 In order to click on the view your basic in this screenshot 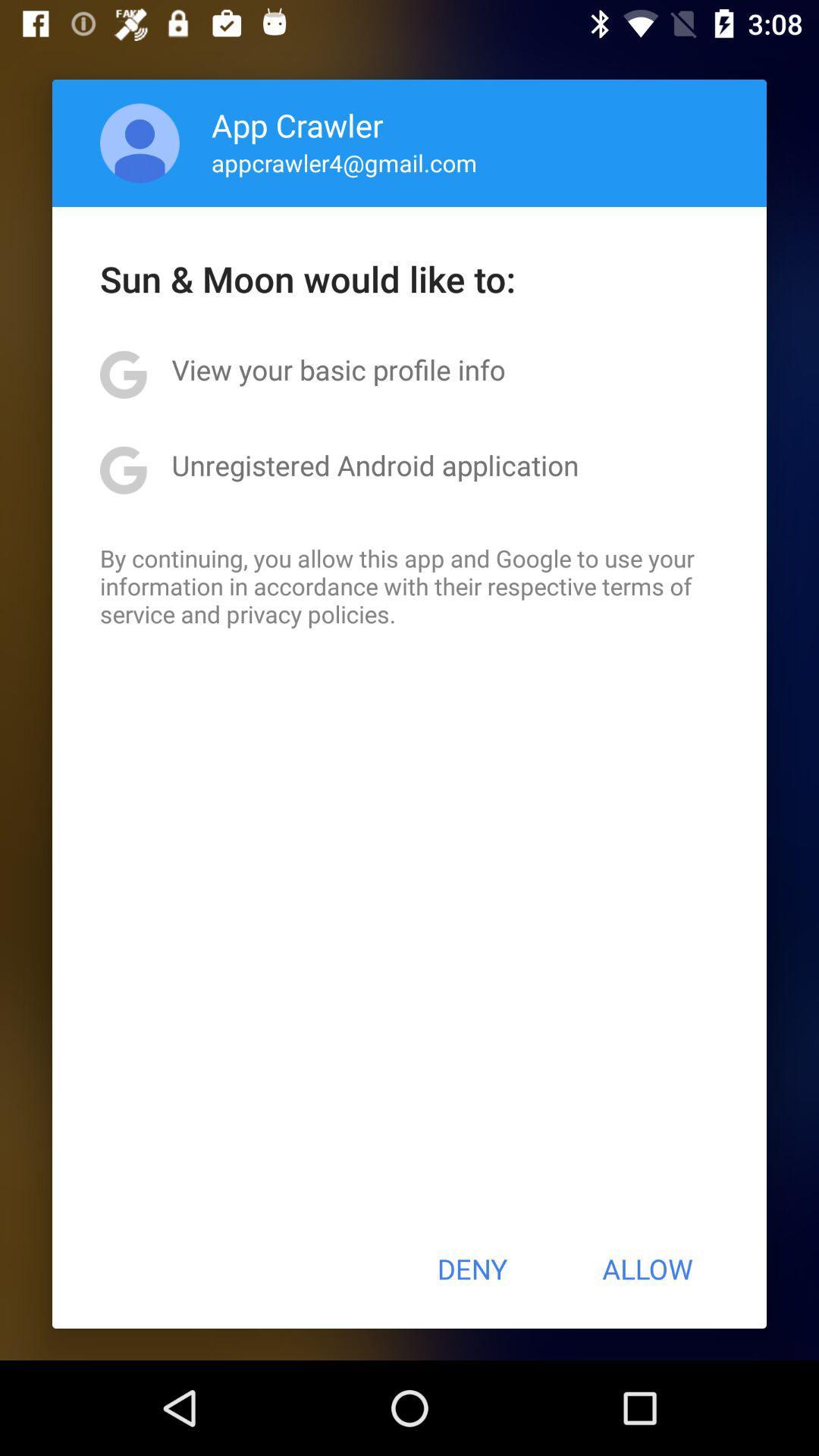, I will do `click(337, 369)`.